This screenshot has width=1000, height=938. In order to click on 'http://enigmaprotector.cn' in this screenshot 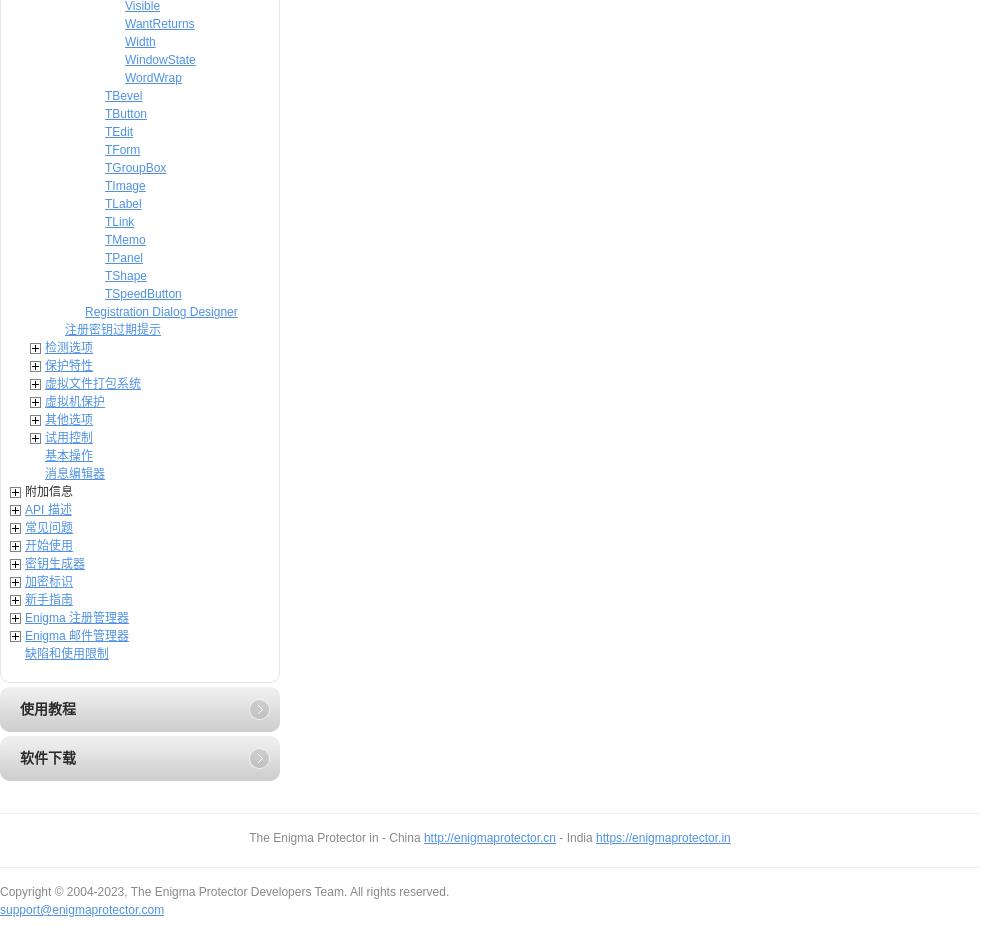, I will do `click(488, 838)`.